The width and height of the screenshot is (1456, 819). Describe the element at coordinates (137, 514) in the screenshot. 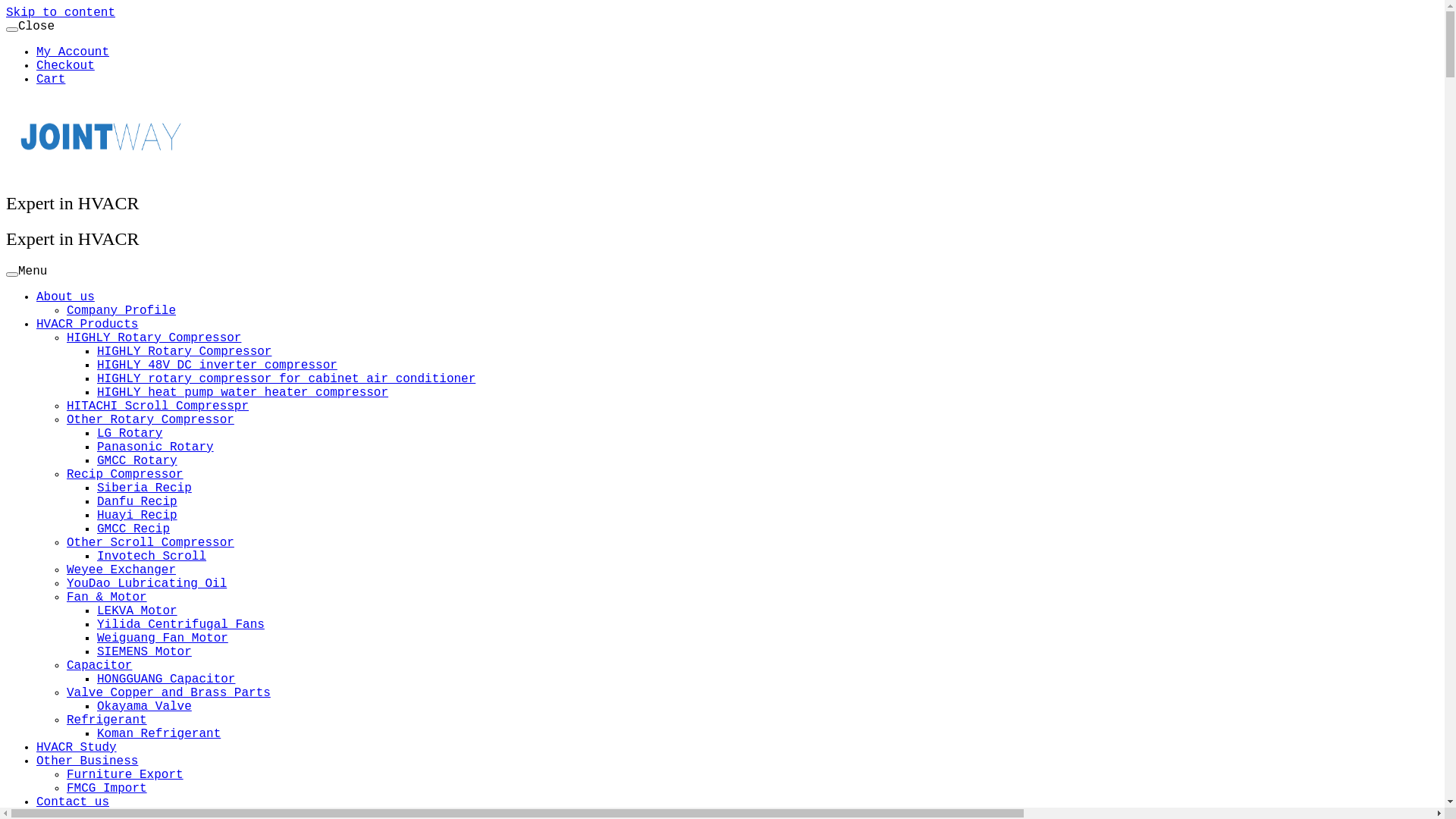

I see `'Huayi Recip'` at that location.